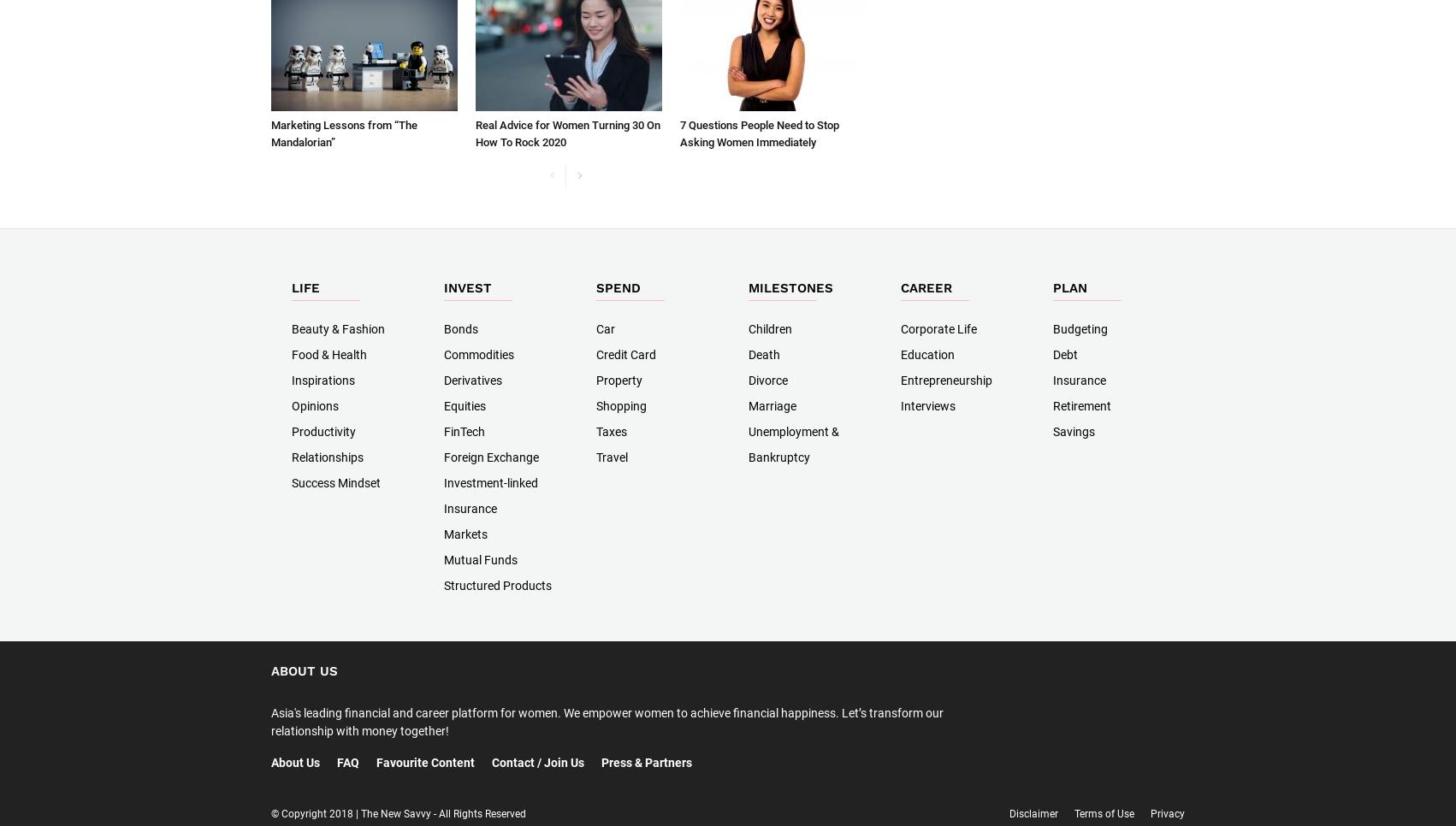 This screenshot has width=1456, height=826. What do you see at coordinates (323, 380) in the screenshot?
I see `'Inspirations'` at bounding box center [323, 380].